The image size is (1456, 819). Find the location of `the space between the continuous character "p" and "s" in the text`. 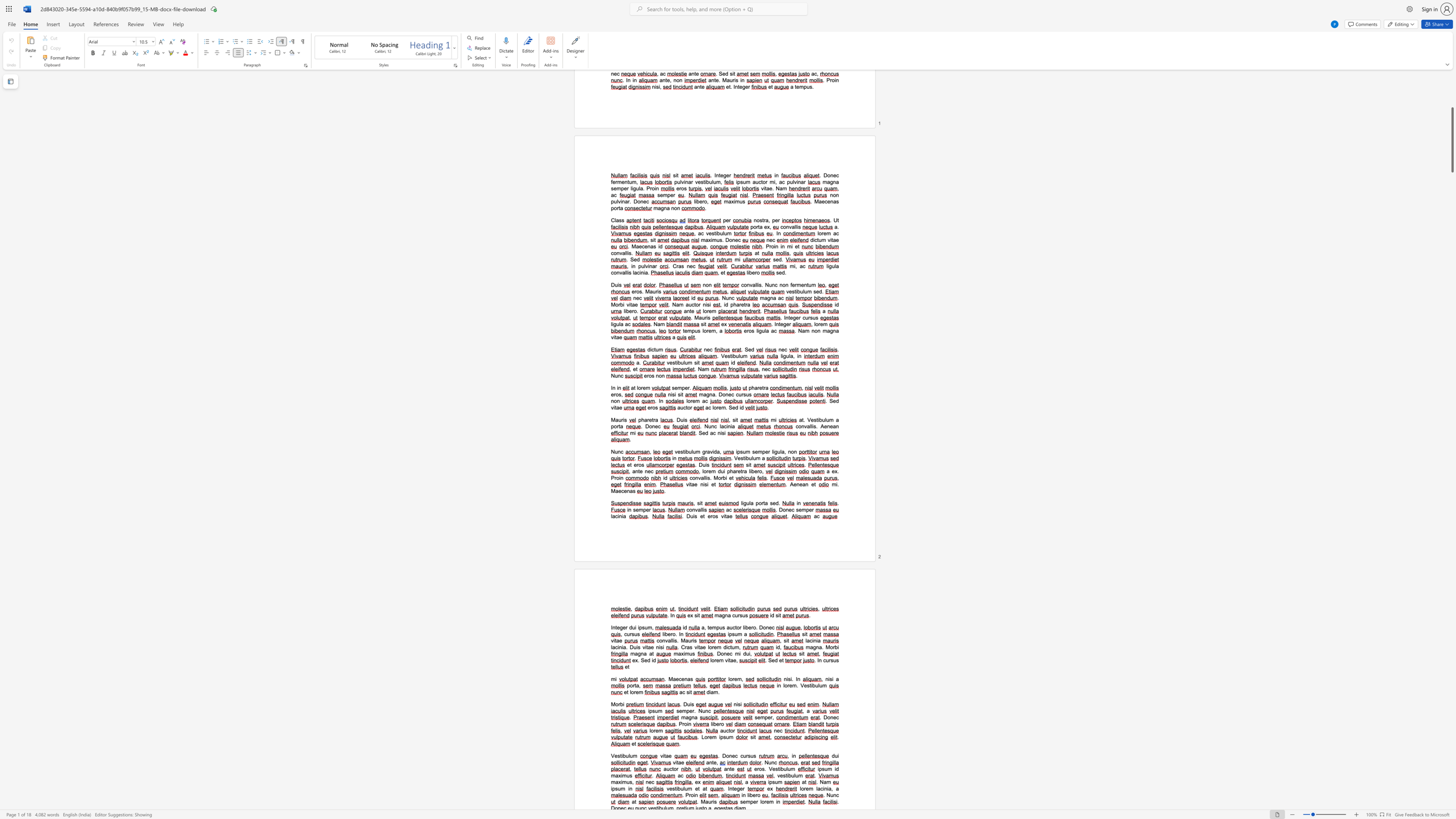

the space between the continuous character "p" and "s" in the text is located at coordinates (723, 736).